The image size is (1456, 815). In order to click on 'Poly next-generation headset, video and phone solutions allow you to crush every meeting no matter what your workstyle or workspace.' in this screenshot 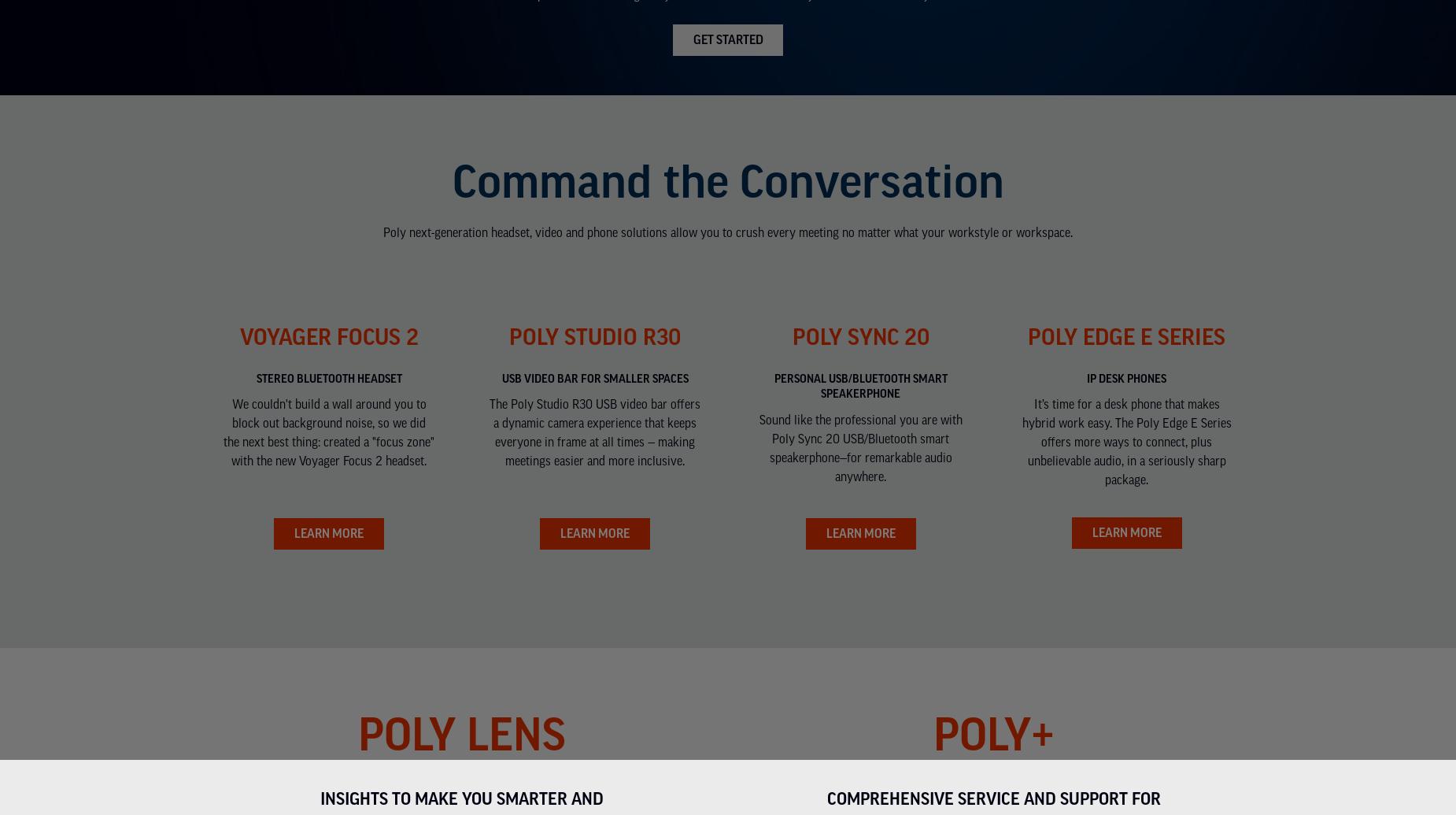, I will do `click(382, 232)`.